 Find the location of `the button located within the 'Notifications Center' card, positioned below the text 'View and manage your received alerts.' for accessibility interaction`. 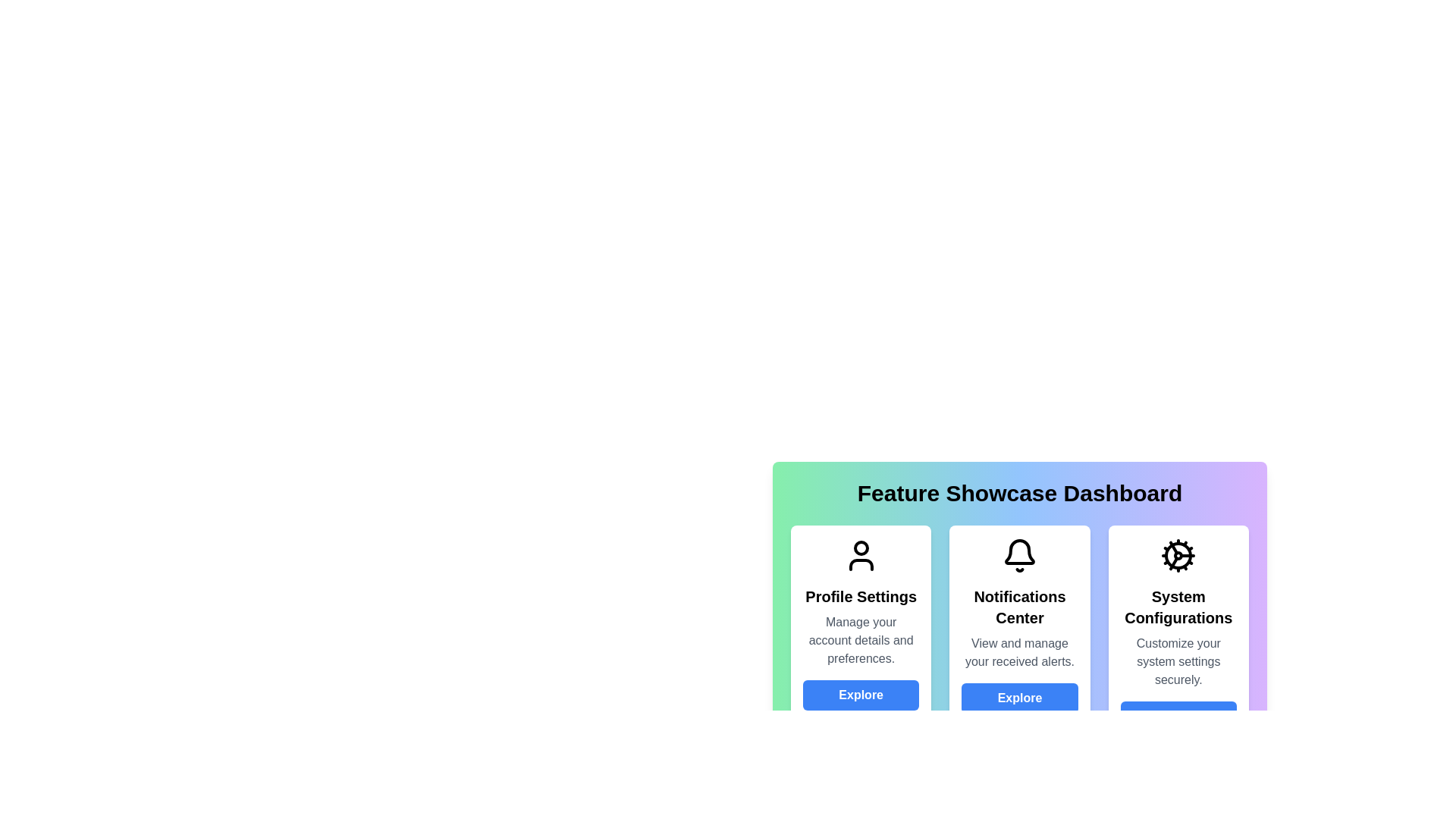

the button located within the 'Notifications Center' card, positioned below the text 'View and manage your received alerts.' for accessibility interaction is located at coordinates (1019, 698).